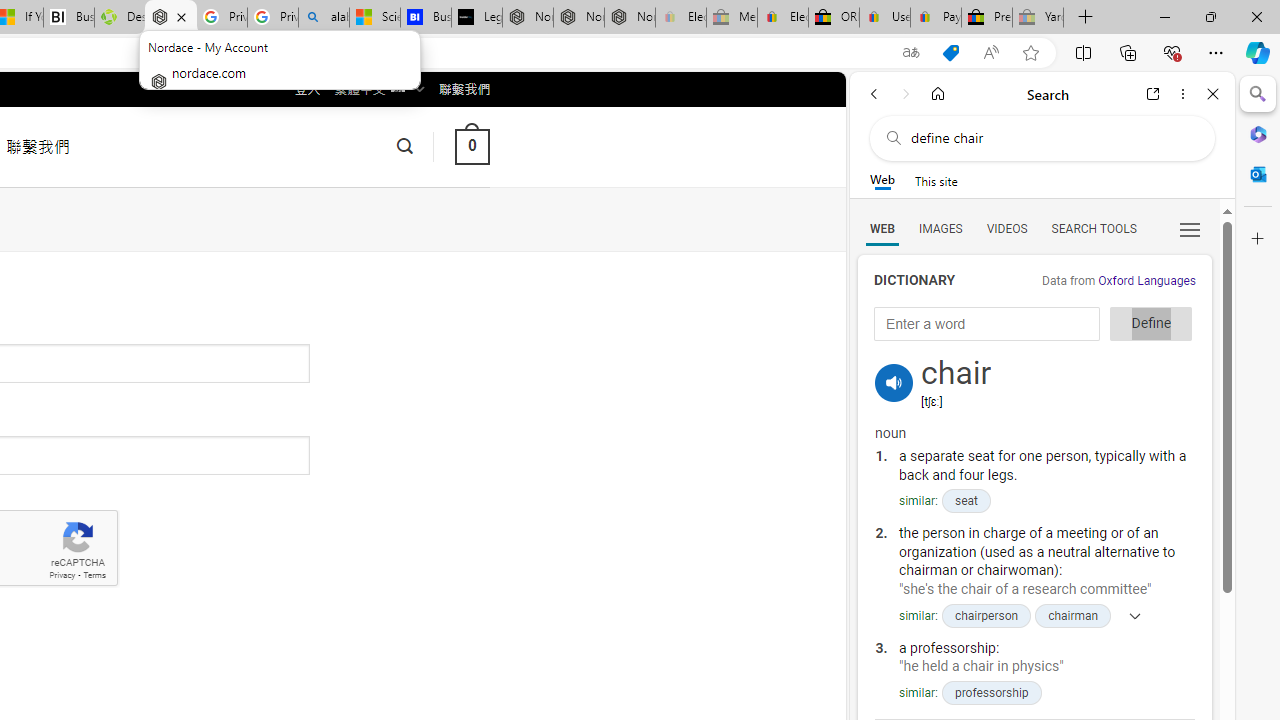 The width and height of the screenshot is (1280, 720). What do you see at coordinates (987, 323) in the screenshot?
I see `'Enter a word'` at bounding box center [987, 323].